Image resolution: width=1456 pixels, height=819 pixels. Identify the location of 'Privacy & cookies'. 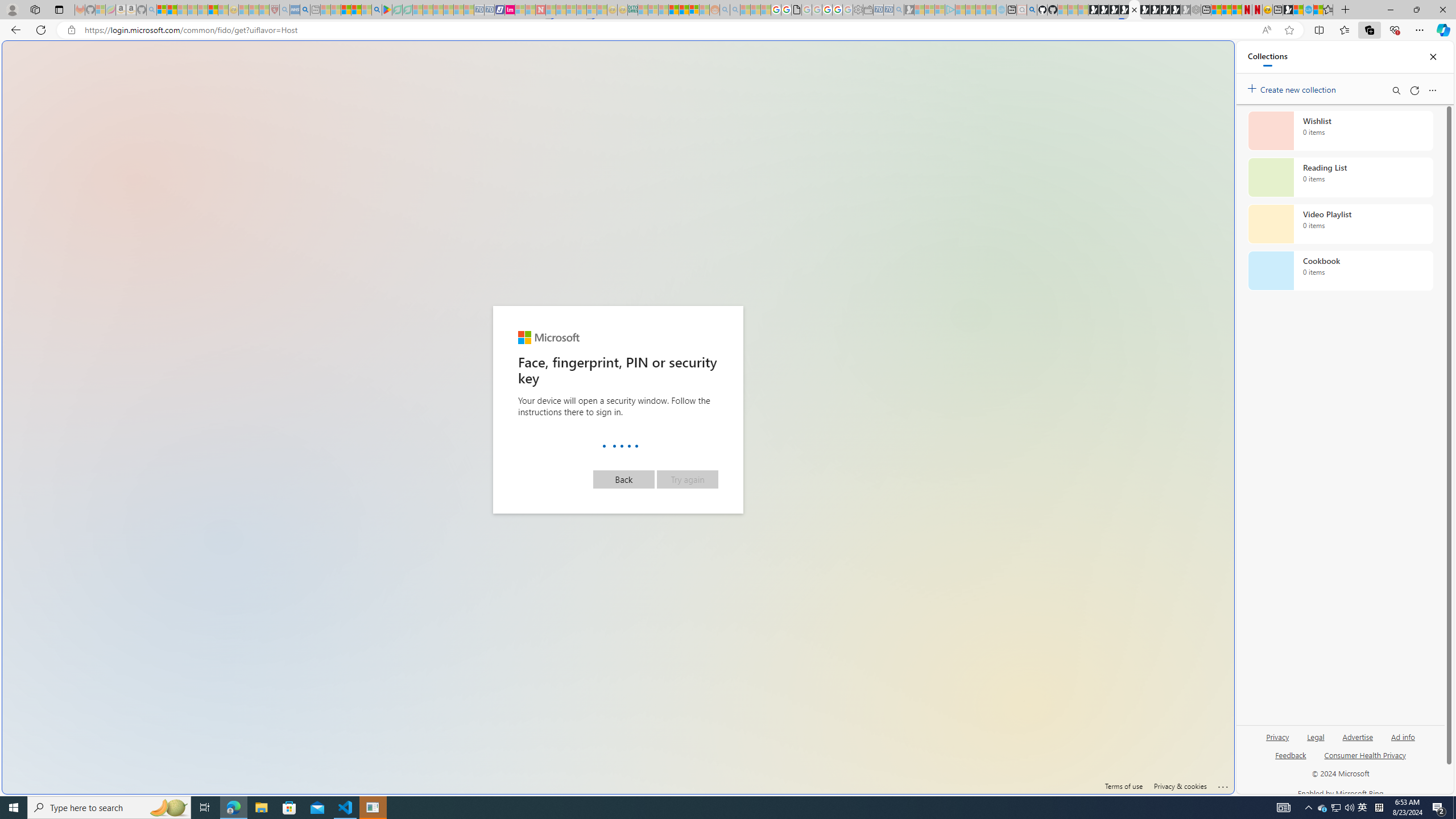
(1180, 786).